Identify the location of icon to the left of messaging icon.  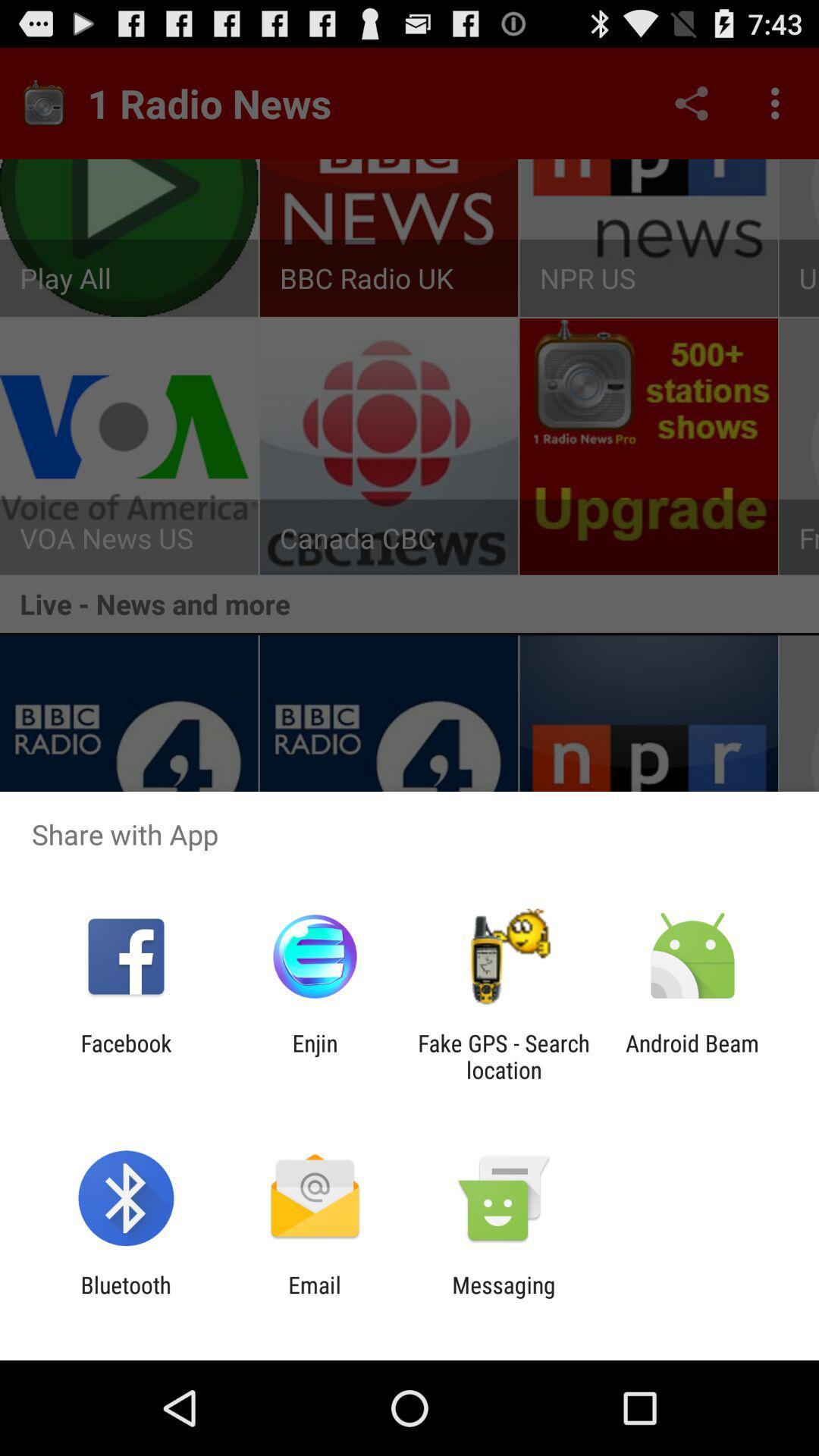
(314, 1298).